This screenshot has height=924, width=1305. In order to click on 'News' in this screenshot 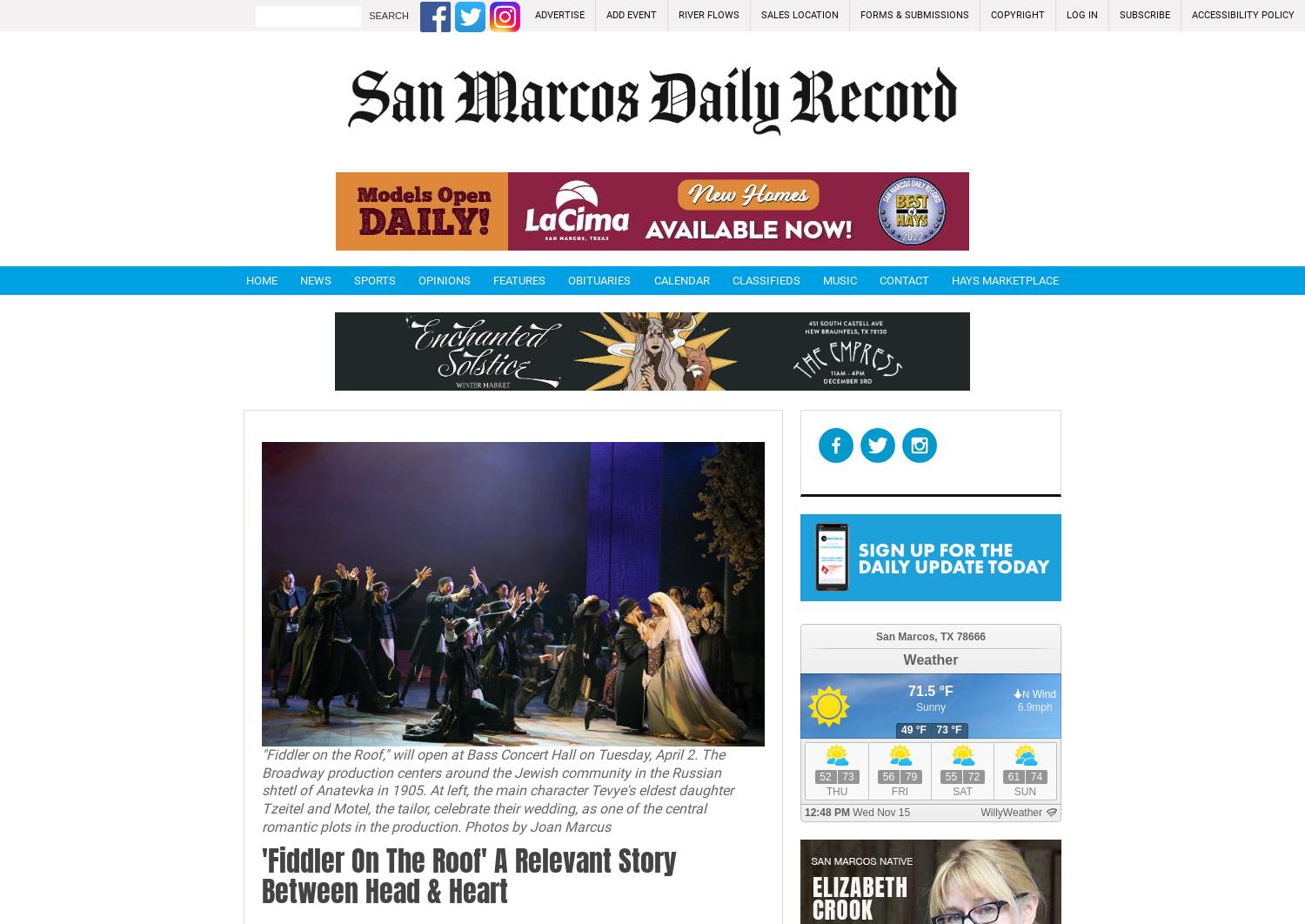, I will do `click(315, 279)`.